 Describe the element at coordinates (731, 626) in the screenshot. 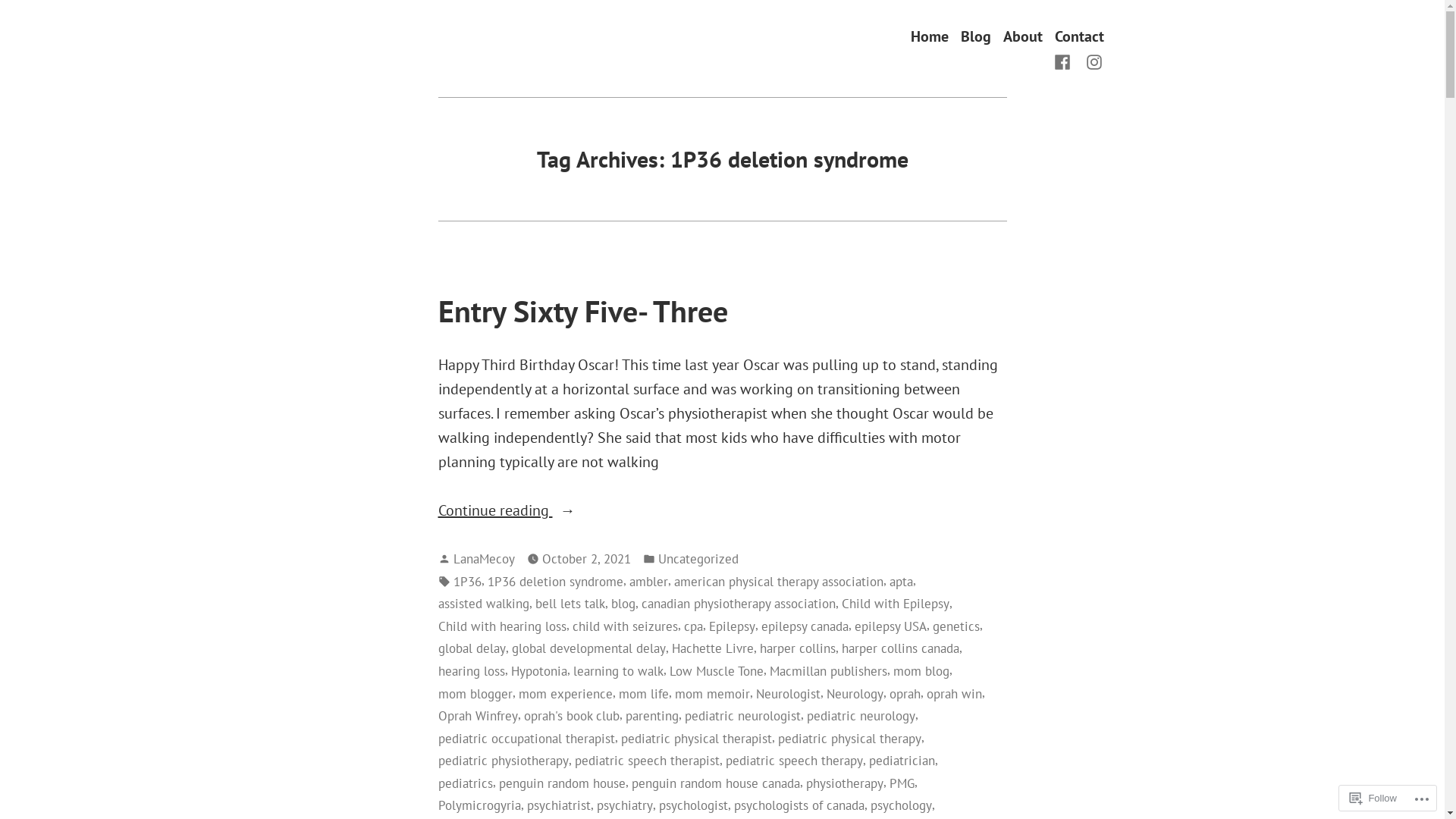

I see `'Epilepsy'` at that location.